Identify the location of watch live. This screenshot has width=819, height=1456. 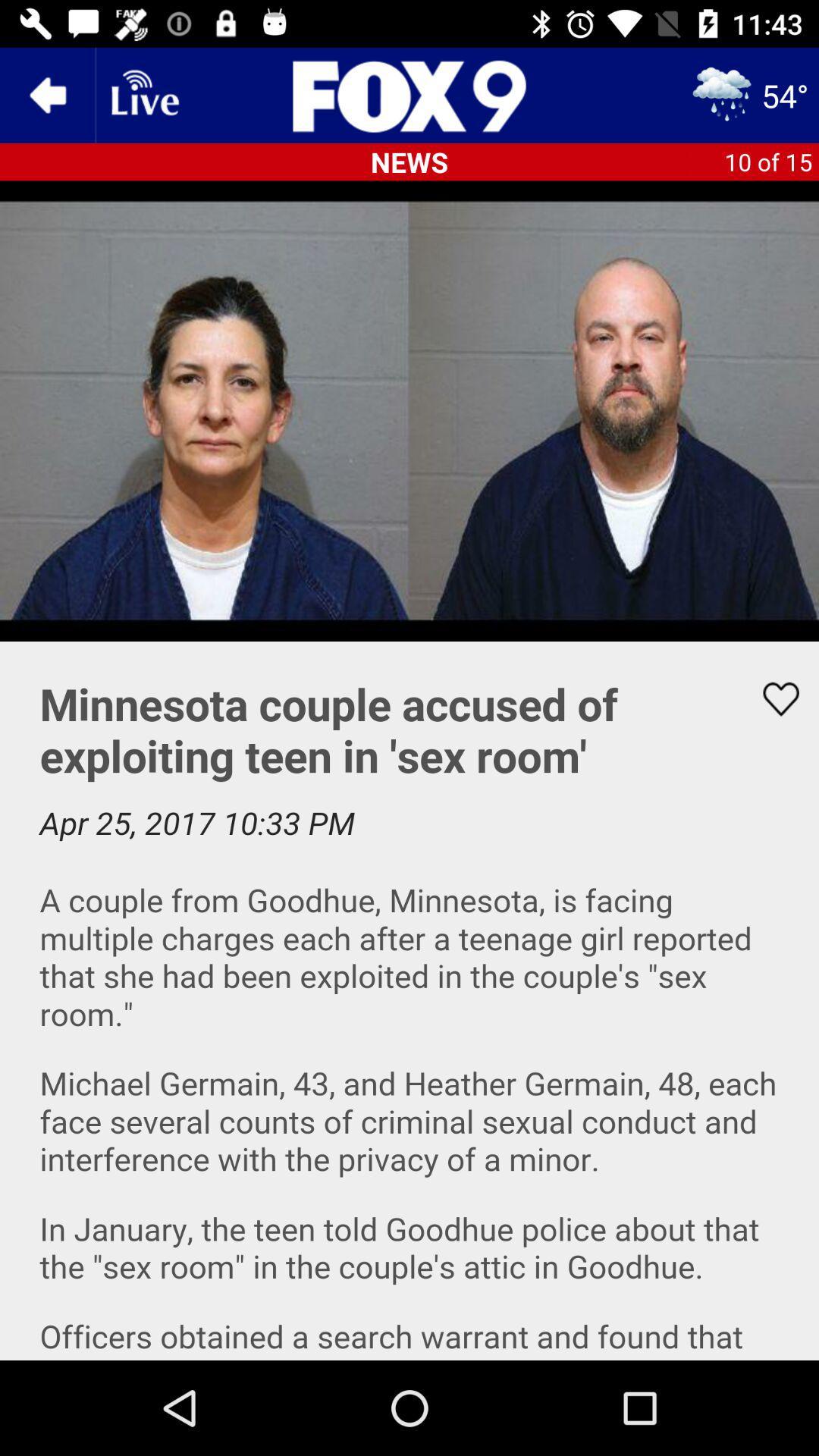
(143, 94).